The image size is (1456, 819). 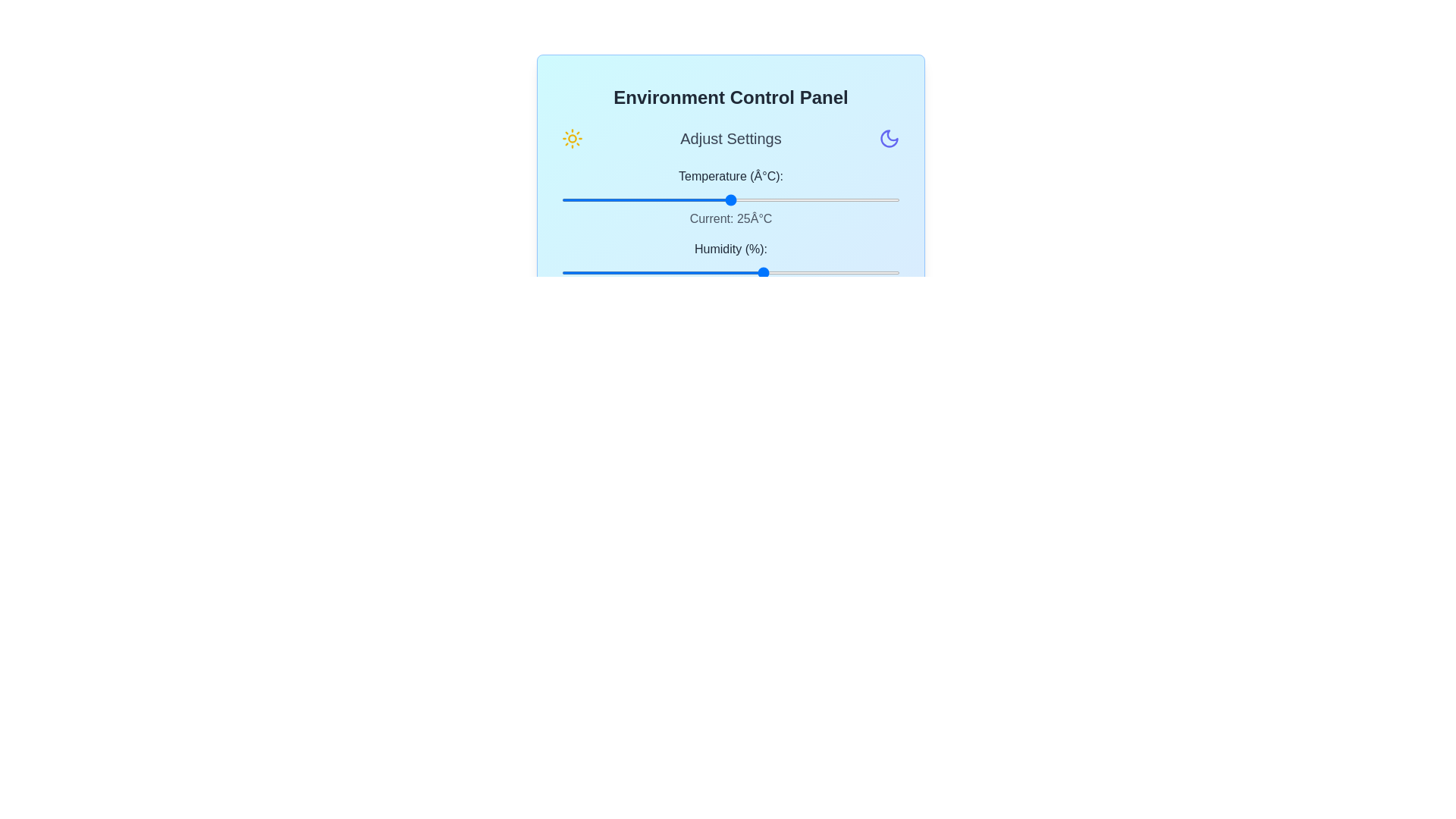 What do you see at coordinates (788, 271) in the screenshot?
I see `the humidity slider to 67%` at bounding box center [788, 271].